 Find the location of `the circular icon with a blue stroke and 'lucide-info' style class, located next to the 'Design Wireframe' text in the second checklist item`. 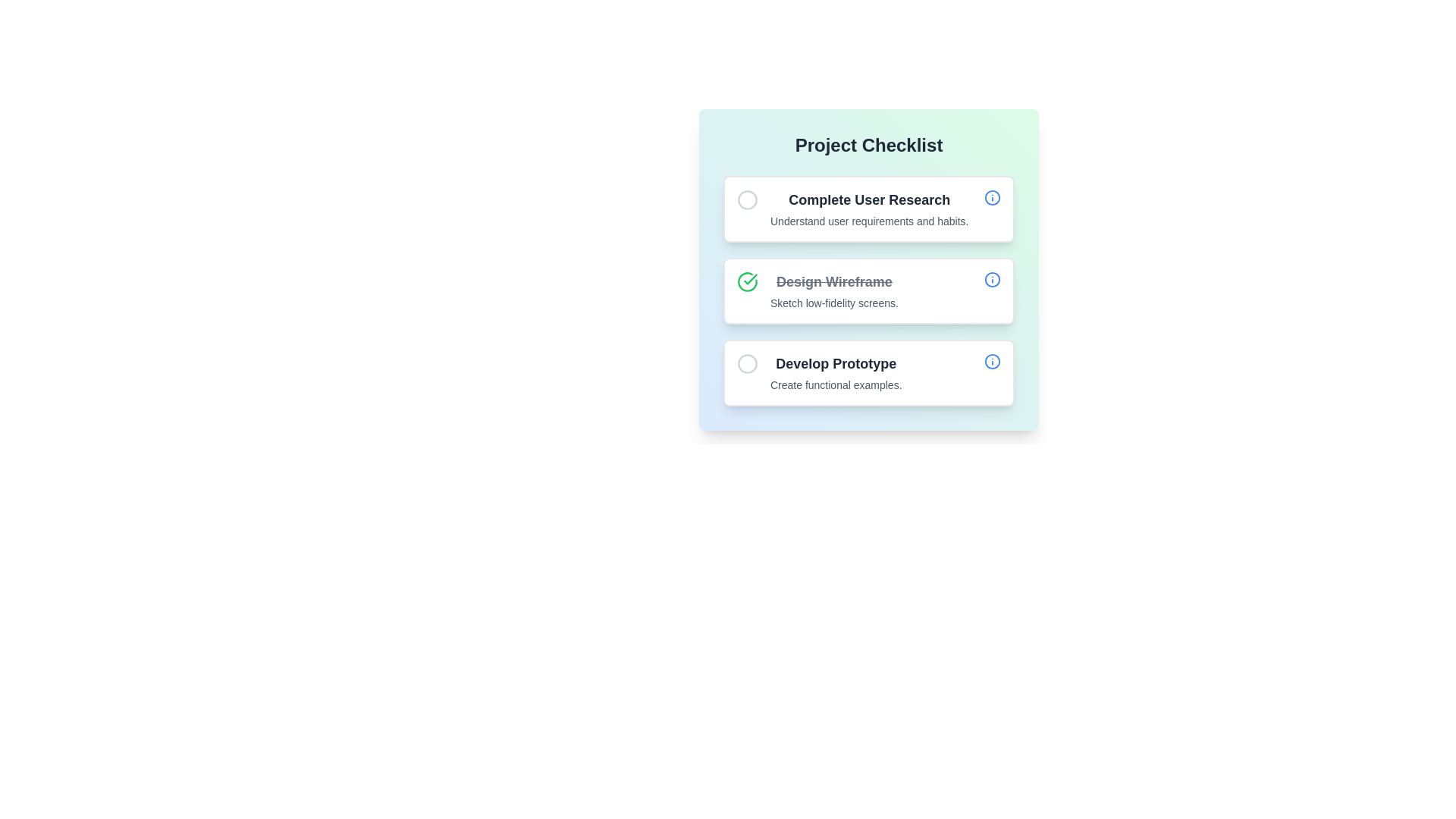

the circular icon with a blue stroke and 'lucide-info' style class, located next to the 'Design Wireframe' text in the second checklist item is located at coordinates (993, 280).